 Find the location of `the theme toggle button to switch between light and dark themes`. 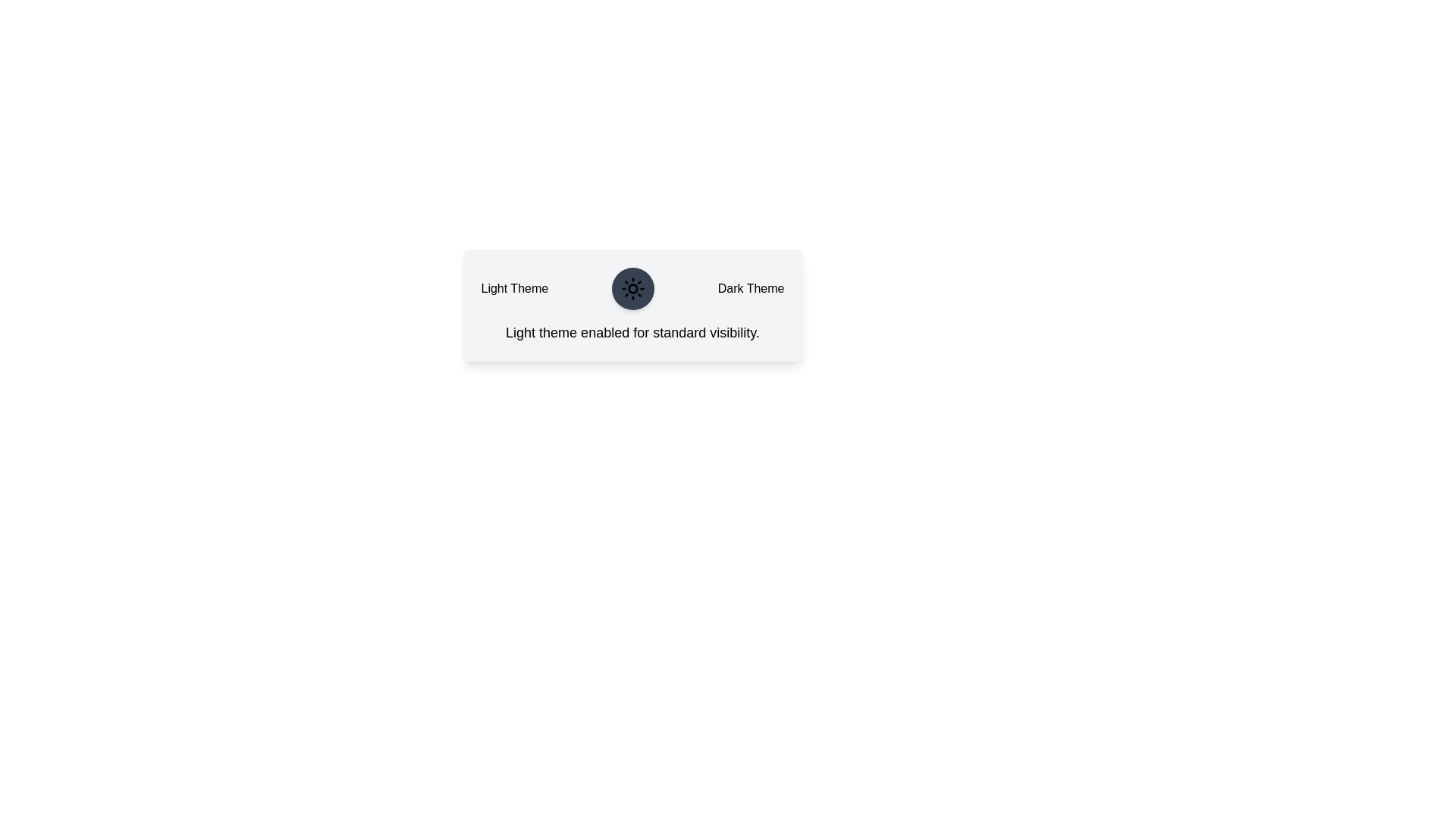

the theme toggle button to switch between light and dark themes is located at coordinates (632, 289).